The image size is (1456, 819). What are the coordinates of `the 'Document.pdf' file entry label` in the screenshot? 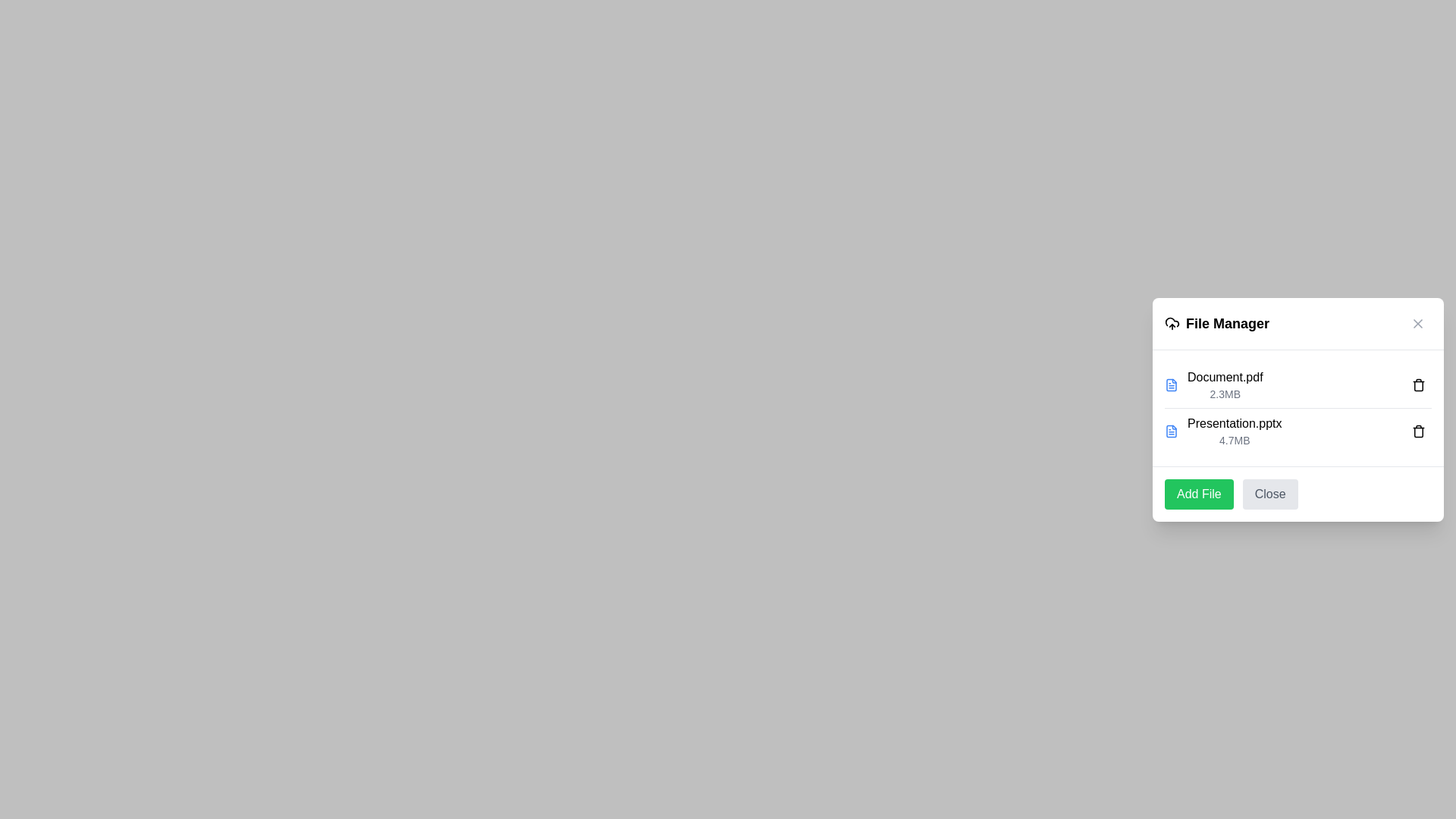 It's located at (1225, 384).